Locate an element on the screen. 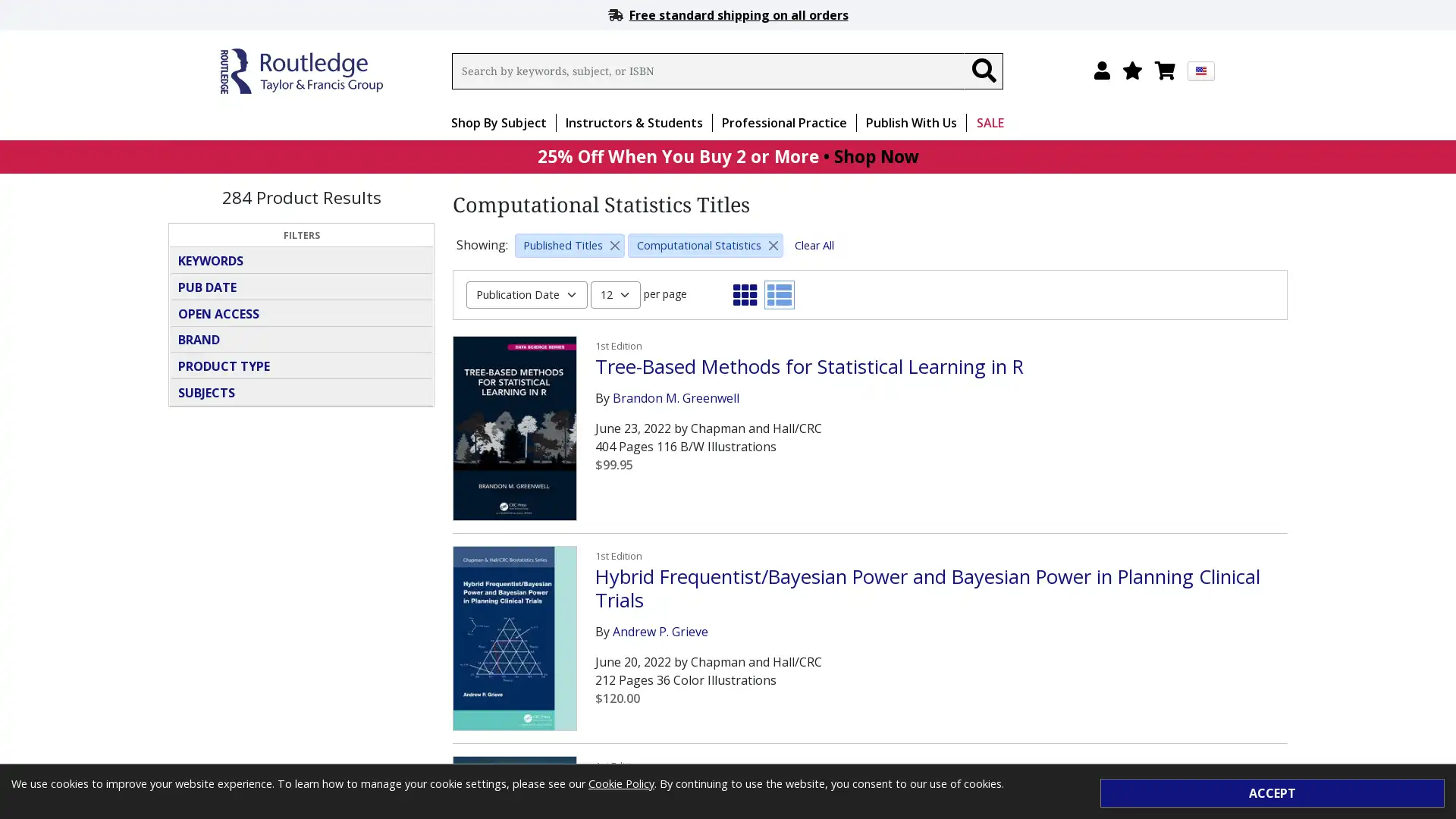 The height and width of the screenshot is (819, 1456). KEYWORDS is located at coordinates (301, 259).